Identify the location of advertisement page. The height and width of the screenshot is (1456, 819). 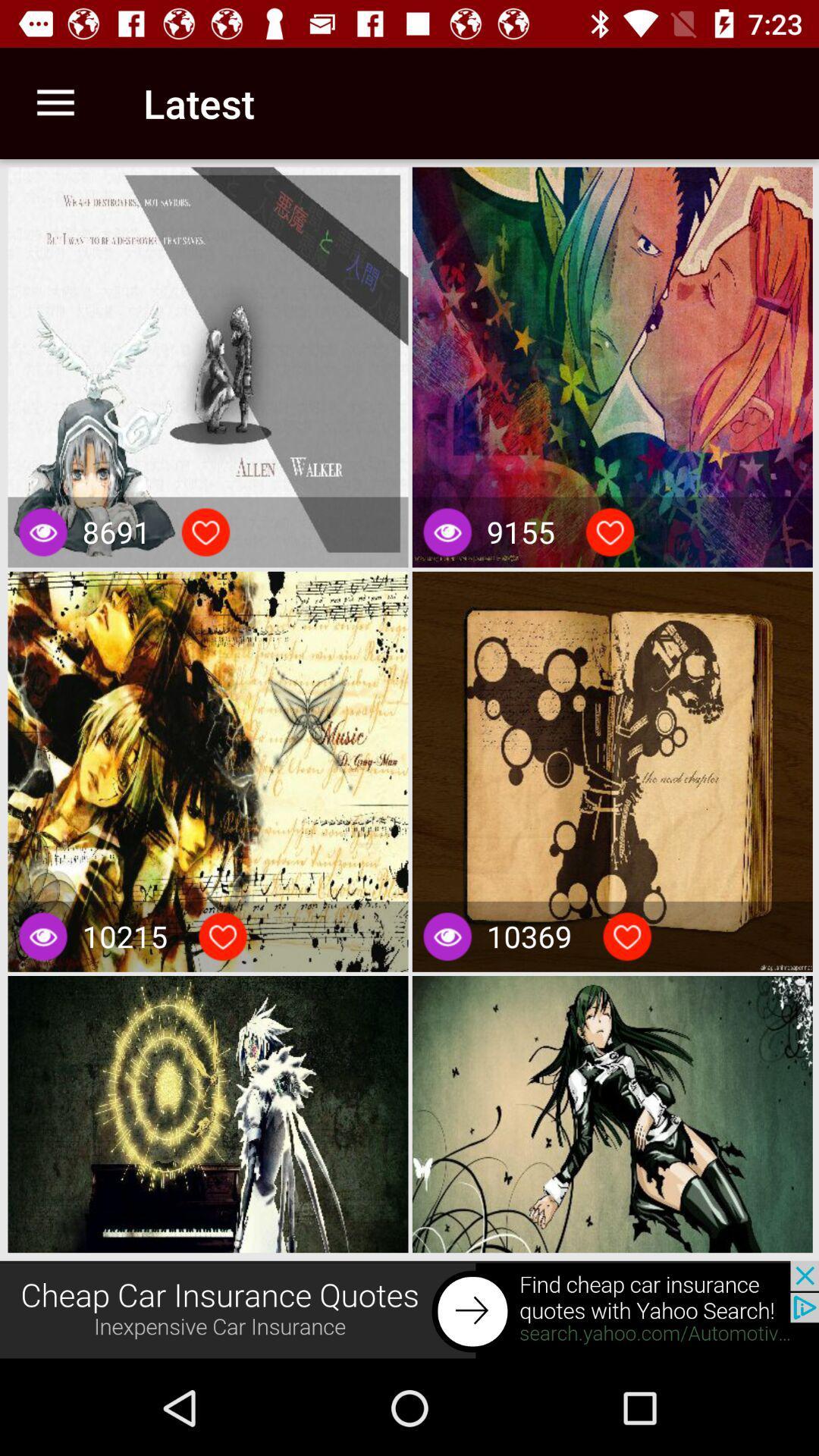
(409, 1310).